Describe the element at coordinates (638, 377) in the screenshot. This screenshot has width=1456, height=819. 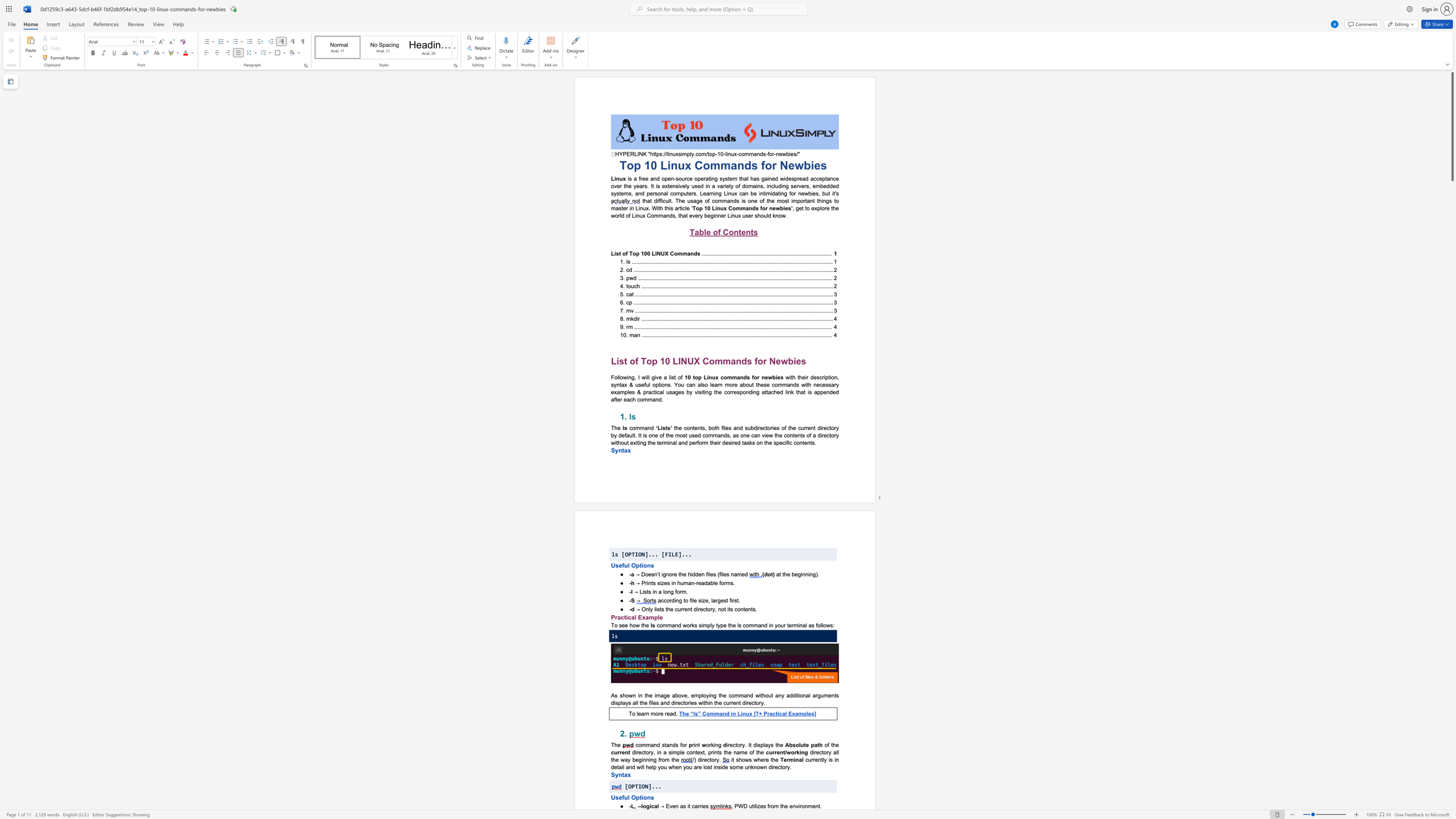
I see `the subset text "I will giv" within the text "Following, I will give a list of"` at that location.